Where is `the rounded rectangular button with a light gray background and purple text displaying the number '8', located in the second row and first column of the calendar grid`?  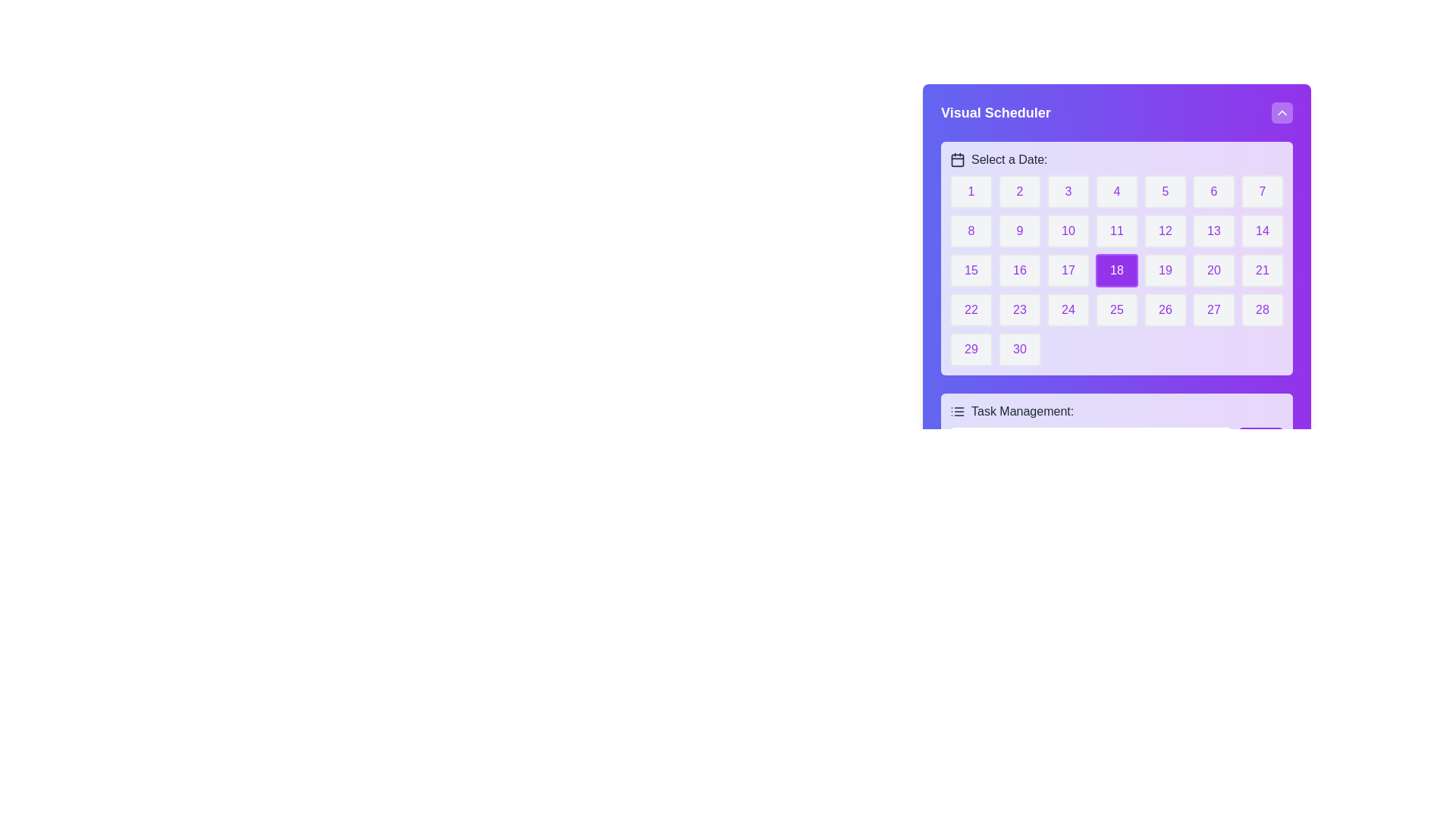 the rounded rectangular button with a light gray background and purple text displaying the number '8', located in the second row and first column of the calendar grid is located at coordinates (971, 231).